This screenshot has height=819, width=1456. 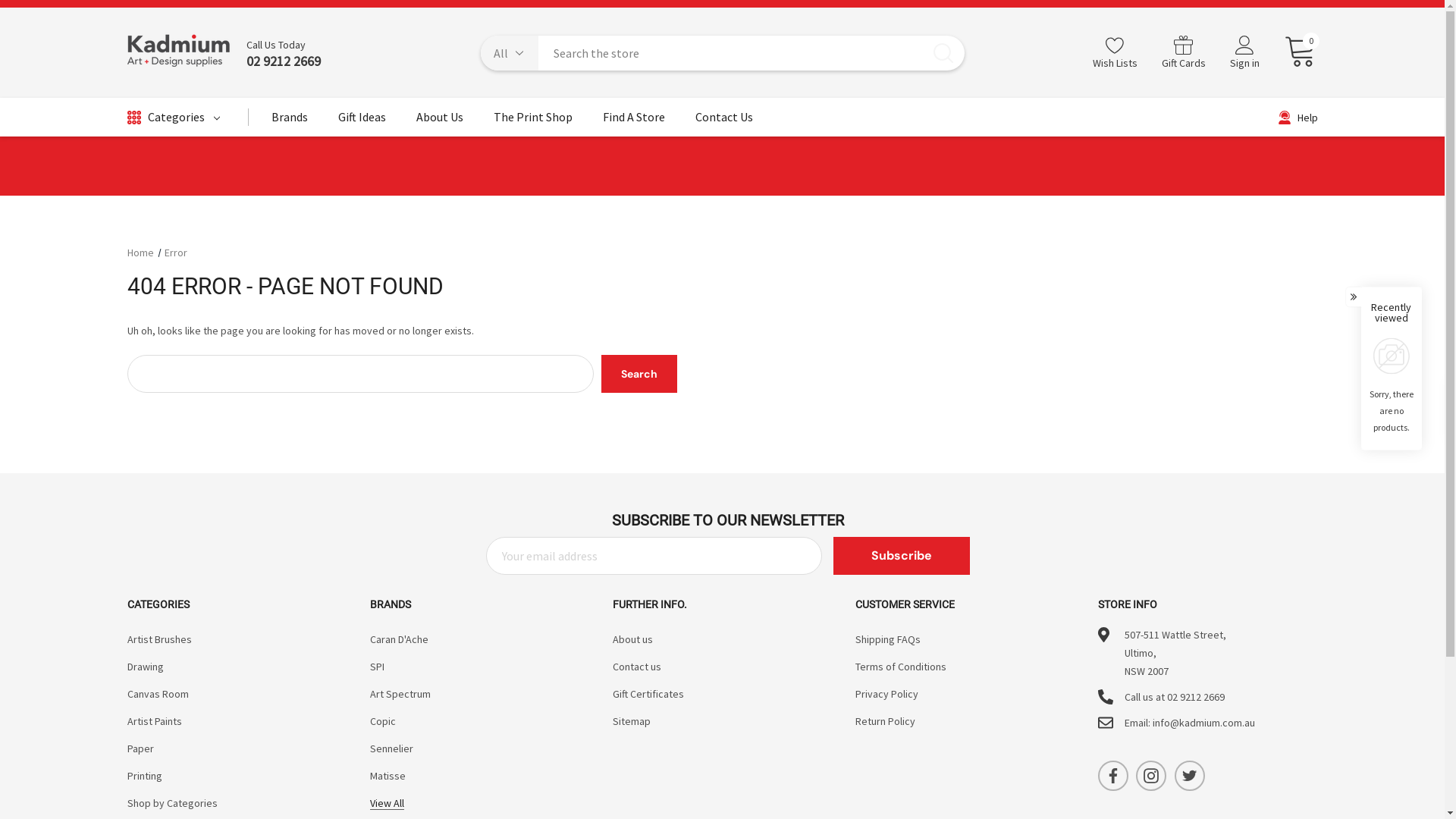 I want to click on 'Copic', so click(x=370, y=720).